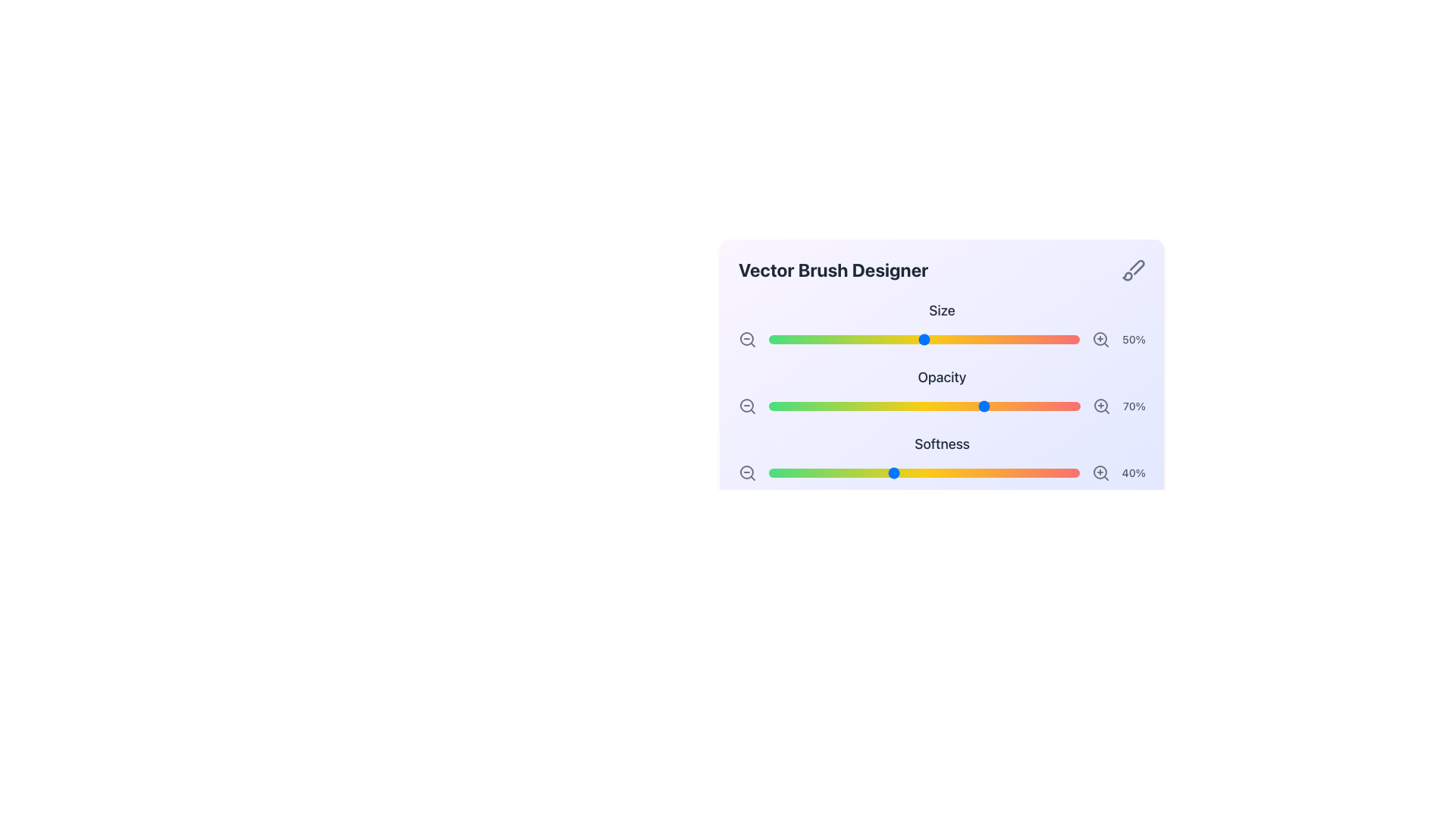  Describe the element at coordinates (990, 472) in the screenshot. I see `softness` at that location.